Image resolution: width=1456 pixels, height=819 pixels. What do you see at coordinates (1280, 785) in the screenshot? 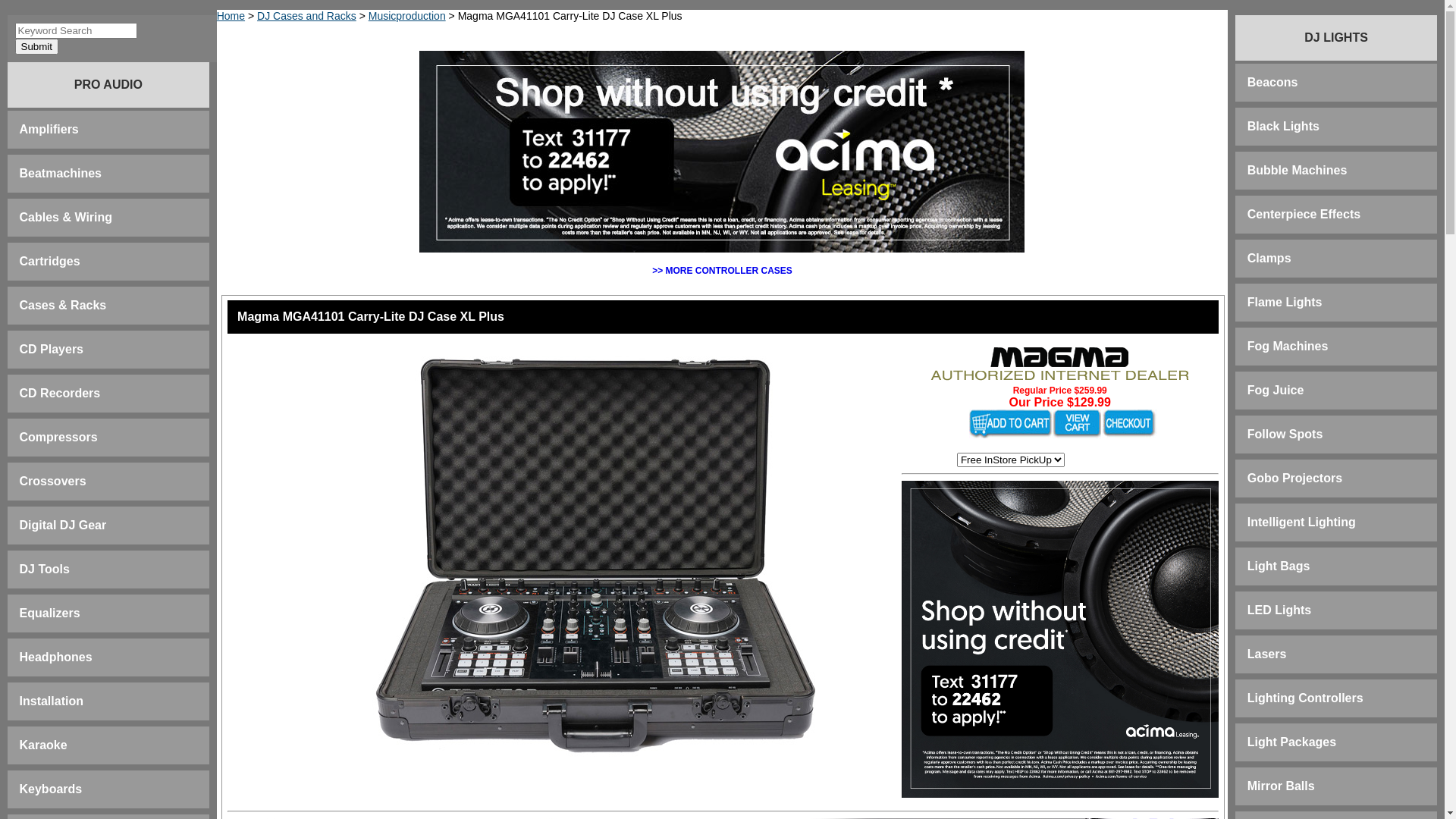
I see `'Mirror Balls'` at bounding box center [1280, 785].